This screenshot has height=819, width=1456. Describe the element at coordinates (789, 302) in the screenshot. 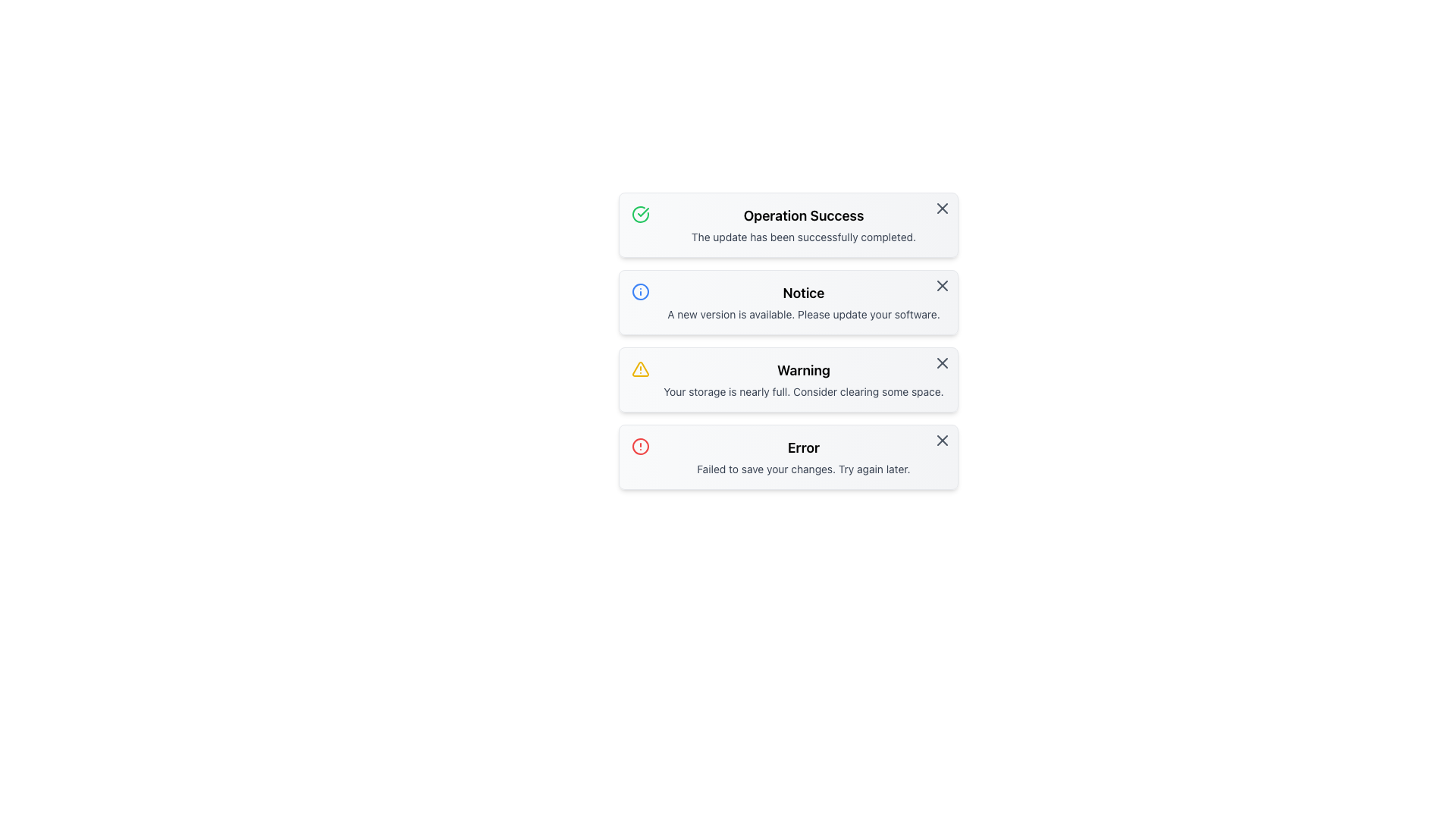

I see `information displayed in the Notification Card titled 'Notice' that indicates a new software version is available` at that location.